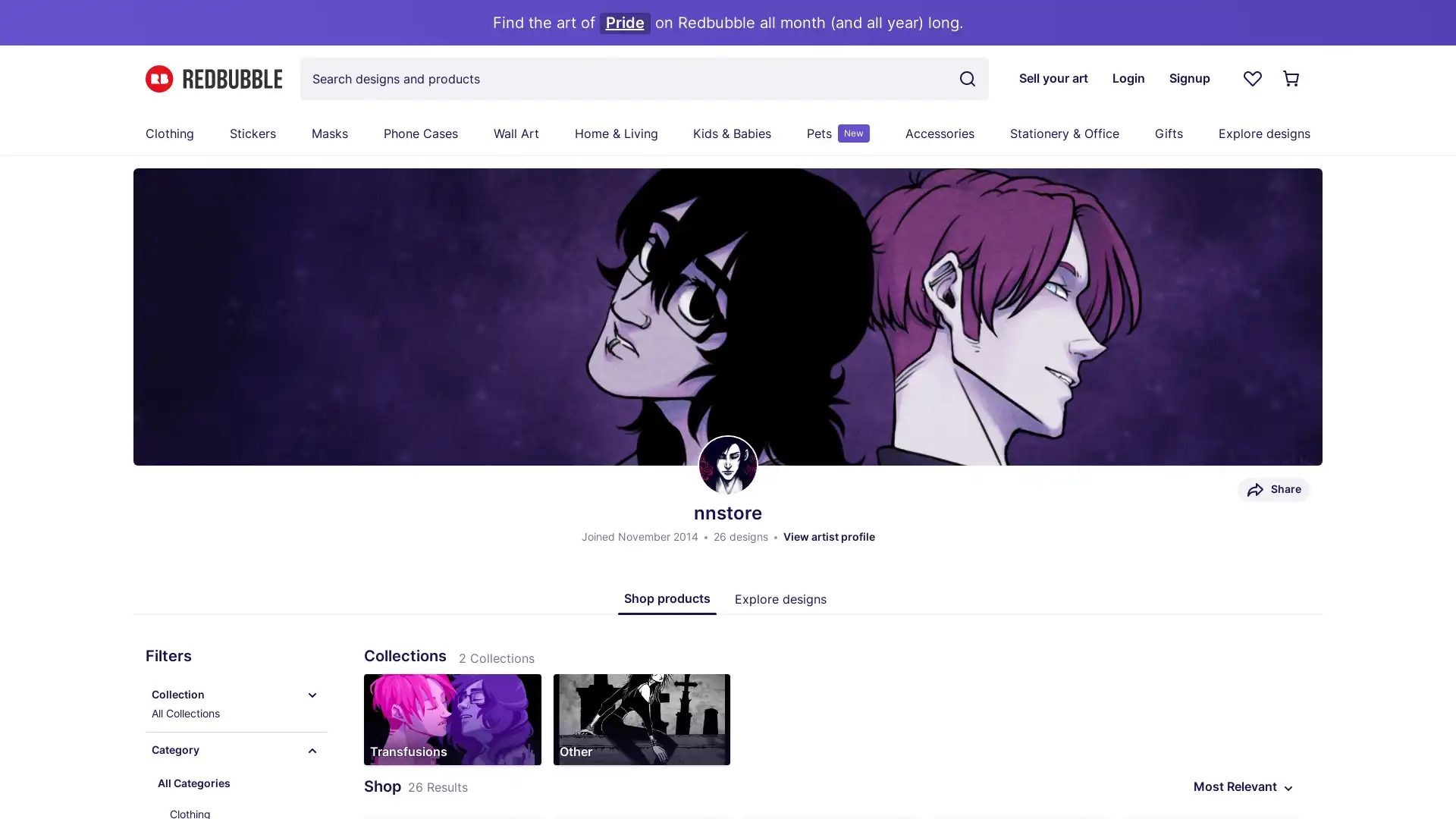 The height and width of the screenshot is (819, 1456). Describe the element at coordinates (451, 718) in the screenshot. I see `Transfusions` at that location.